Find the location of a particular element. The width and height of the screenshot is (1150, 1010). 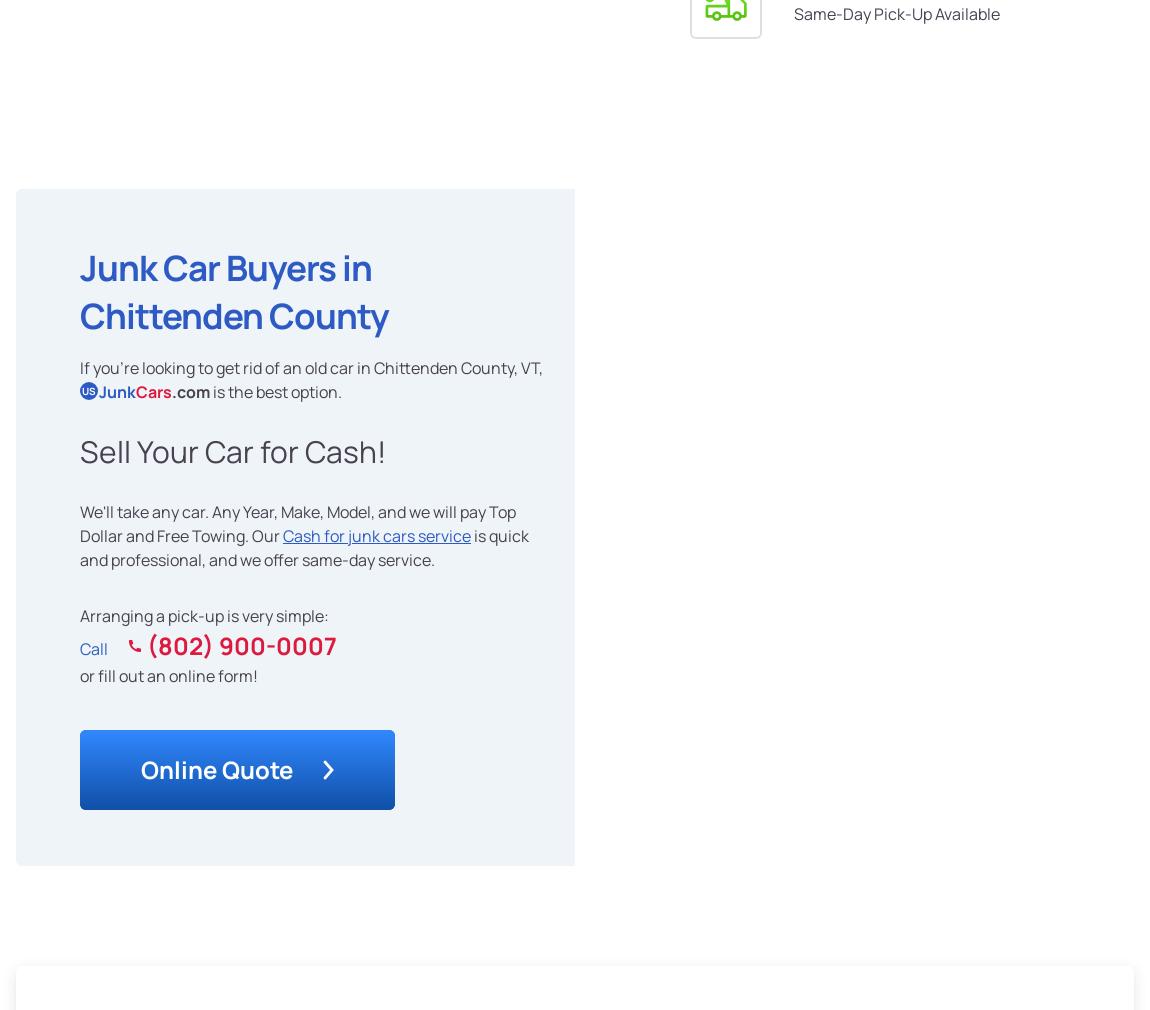

'Same-Day Pick-Up Available' is located at coordinates (897, 13).